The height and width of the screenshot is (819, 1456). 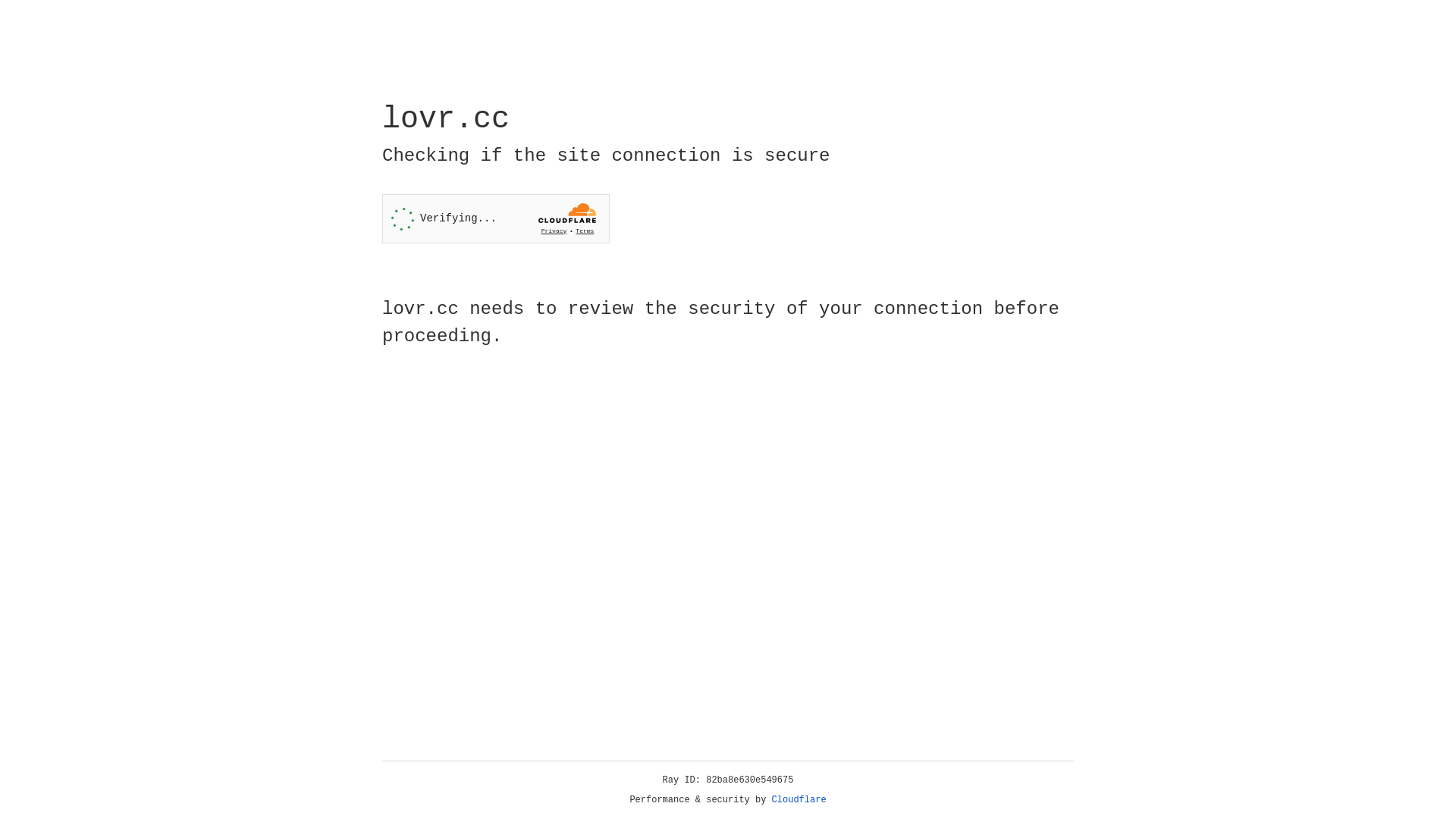 I want to click on 'Cloudflare', so click(x=799, y=799).